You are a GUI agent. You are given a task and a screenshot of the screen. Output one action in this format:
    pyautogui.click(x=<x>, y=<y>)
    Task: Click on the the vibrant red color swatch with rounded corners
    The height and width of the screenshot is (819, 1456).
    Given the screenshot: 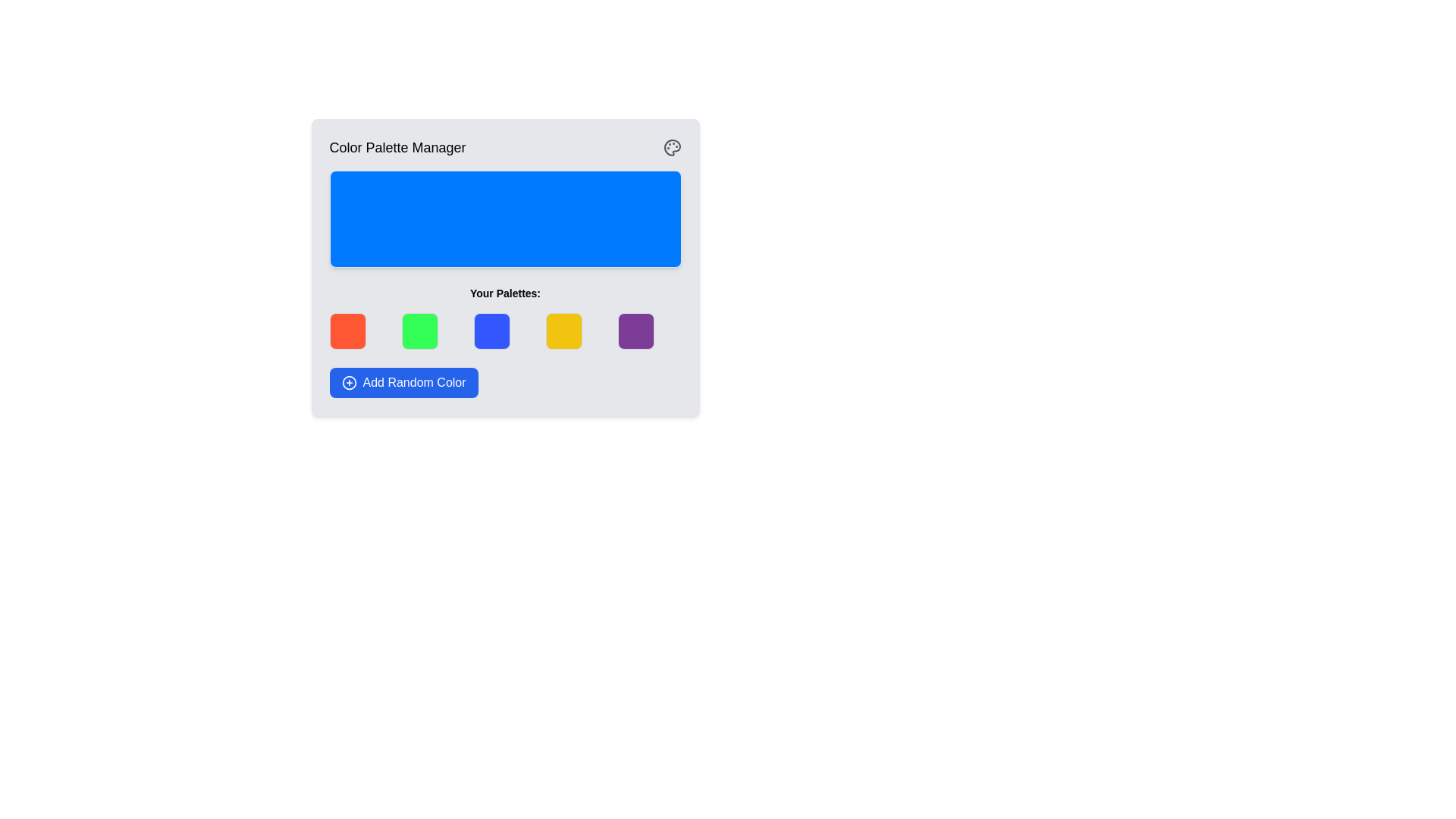 What is the action you would take?
    pyautogui.click(x=347, y=330)
    